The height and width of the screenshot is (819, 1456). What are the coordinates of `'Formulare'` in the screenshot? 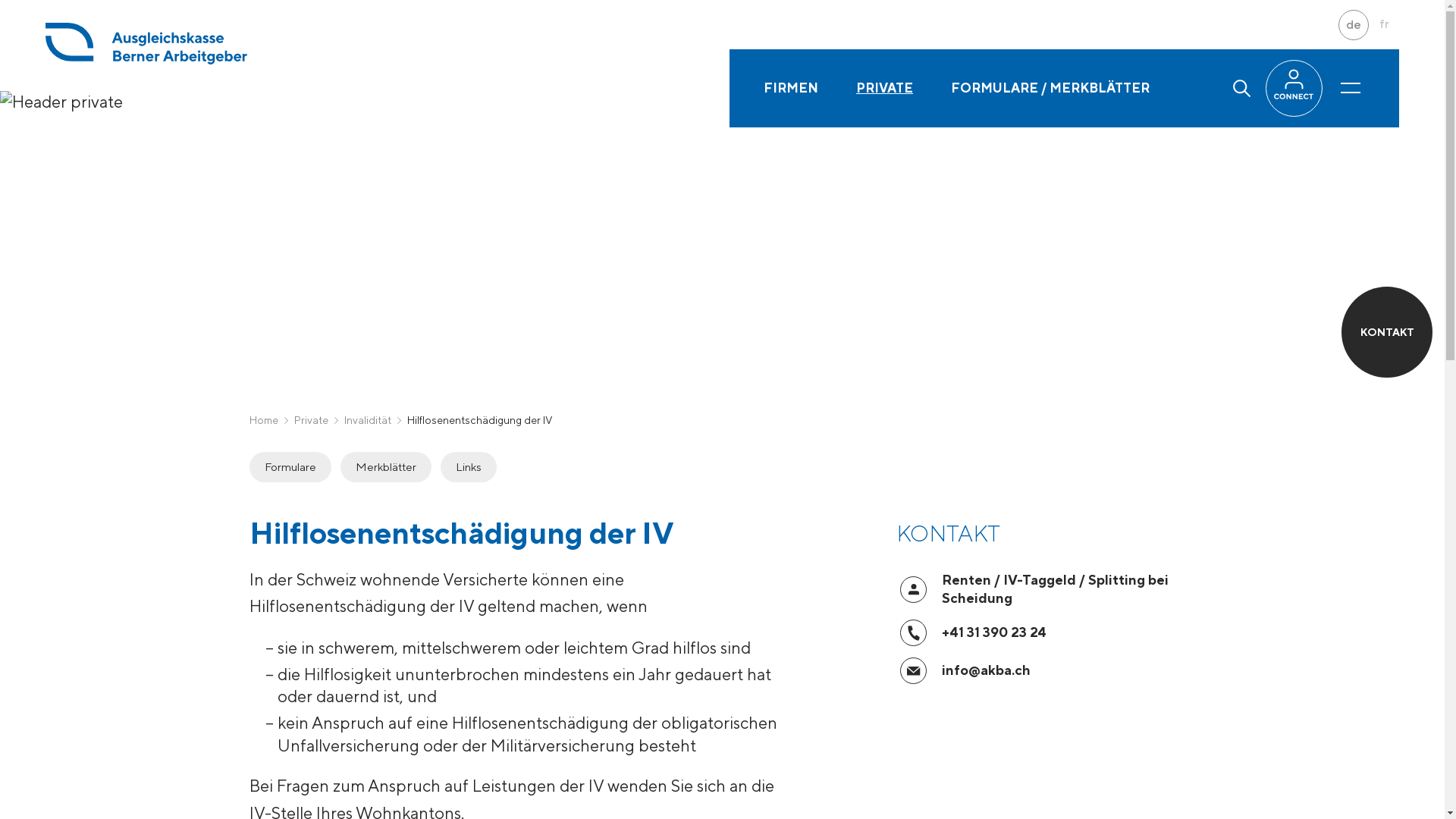 It's located at (290, 466).